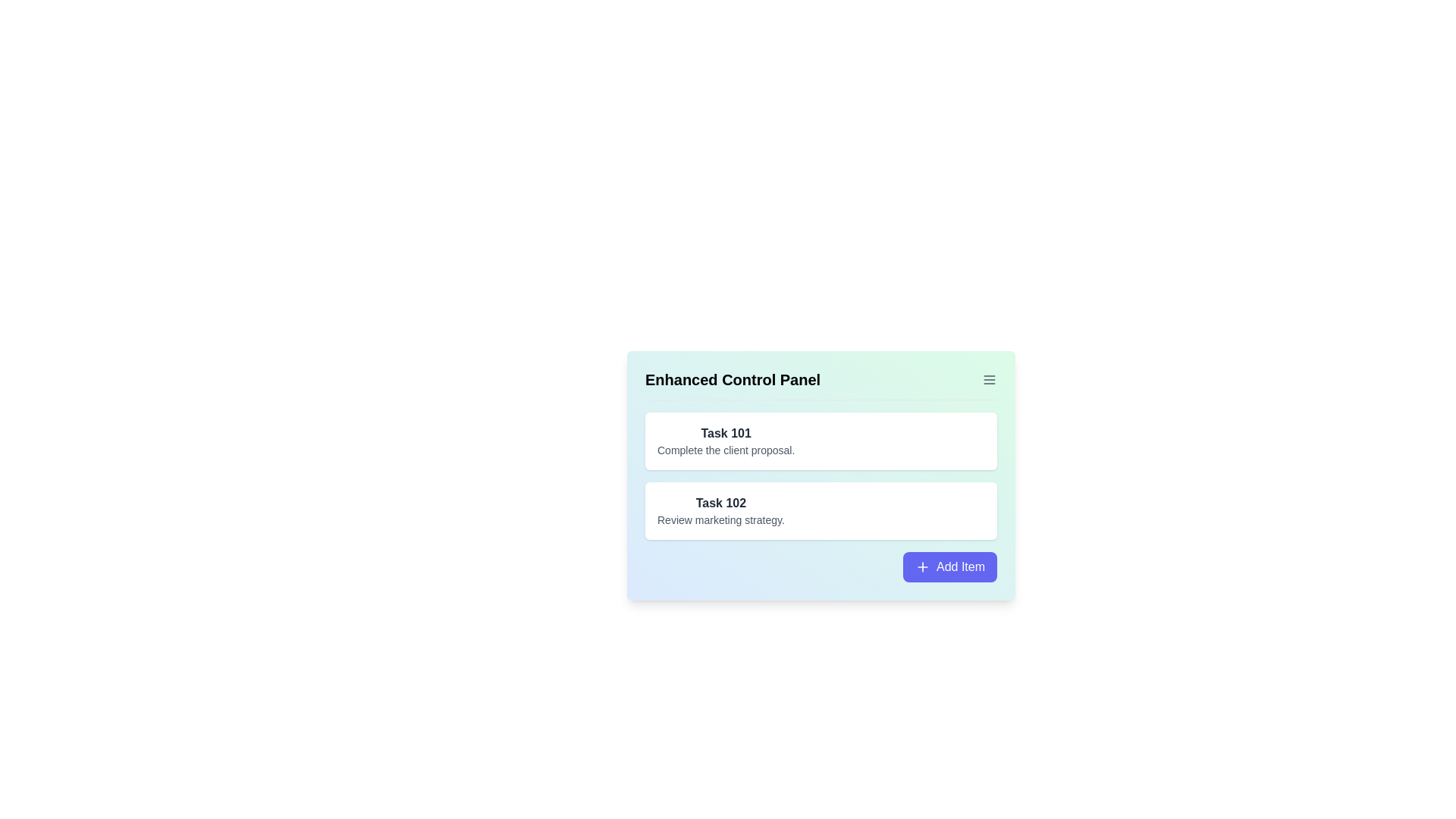 Image resolution: width=1456 pixels, height=819 pixels. Describe the element at coordinates (921, 567) in the screenshot. I see `the plus icon located to the left of the 'Add Item' button in the bottom-right corner of the card` at that location.